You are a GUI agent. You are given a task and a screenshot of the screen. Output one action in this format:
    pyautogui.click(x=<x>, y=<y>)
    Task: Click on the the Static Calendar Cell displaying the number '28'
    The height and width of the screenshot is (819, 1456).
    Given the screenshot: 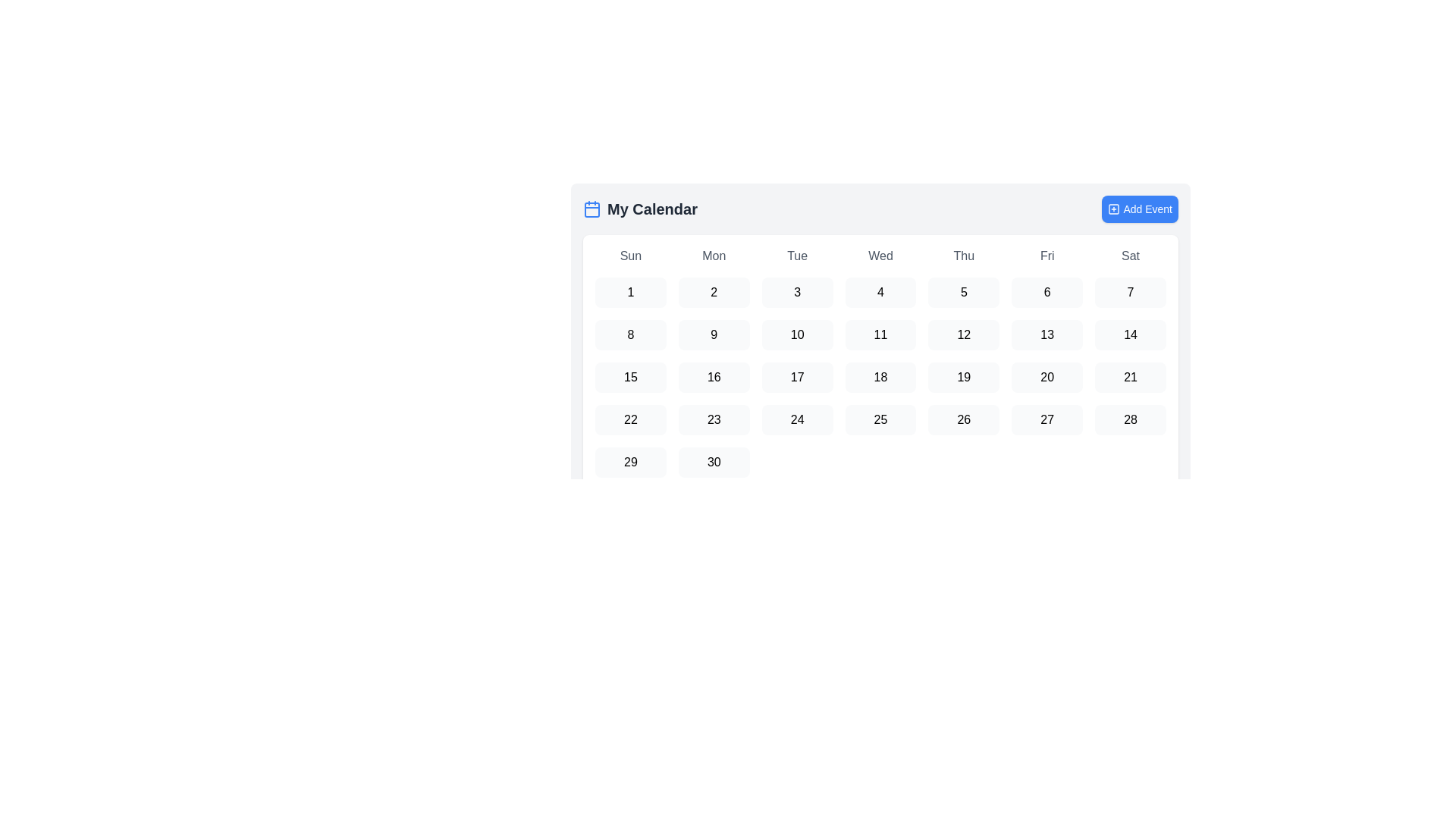 What is the action you would take?
    pyautogui.click(x=1131, y=420)
    